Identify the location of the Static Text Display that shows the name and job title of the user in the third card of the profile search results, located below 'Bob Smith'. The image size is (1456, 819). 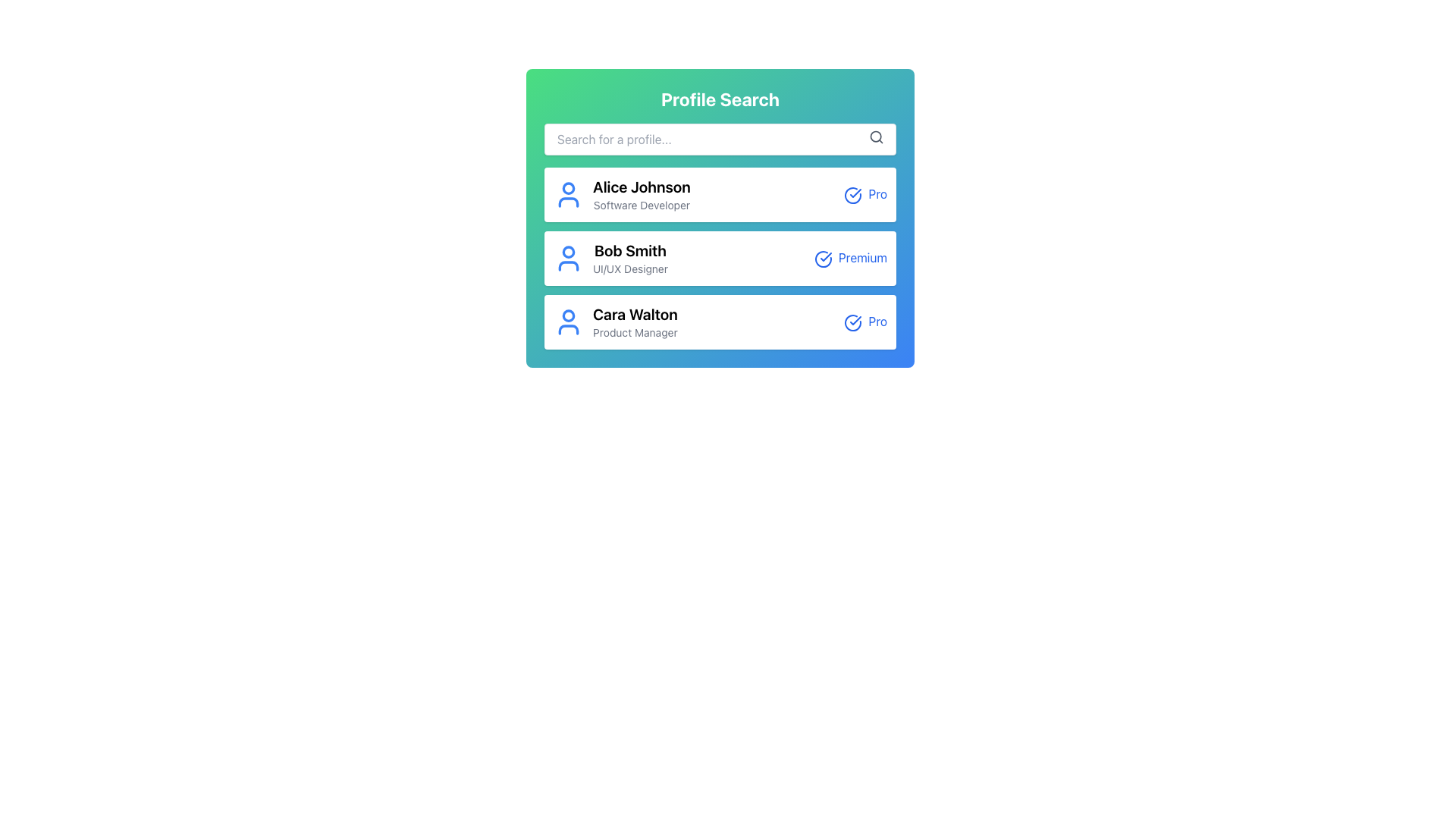
(635, 321).